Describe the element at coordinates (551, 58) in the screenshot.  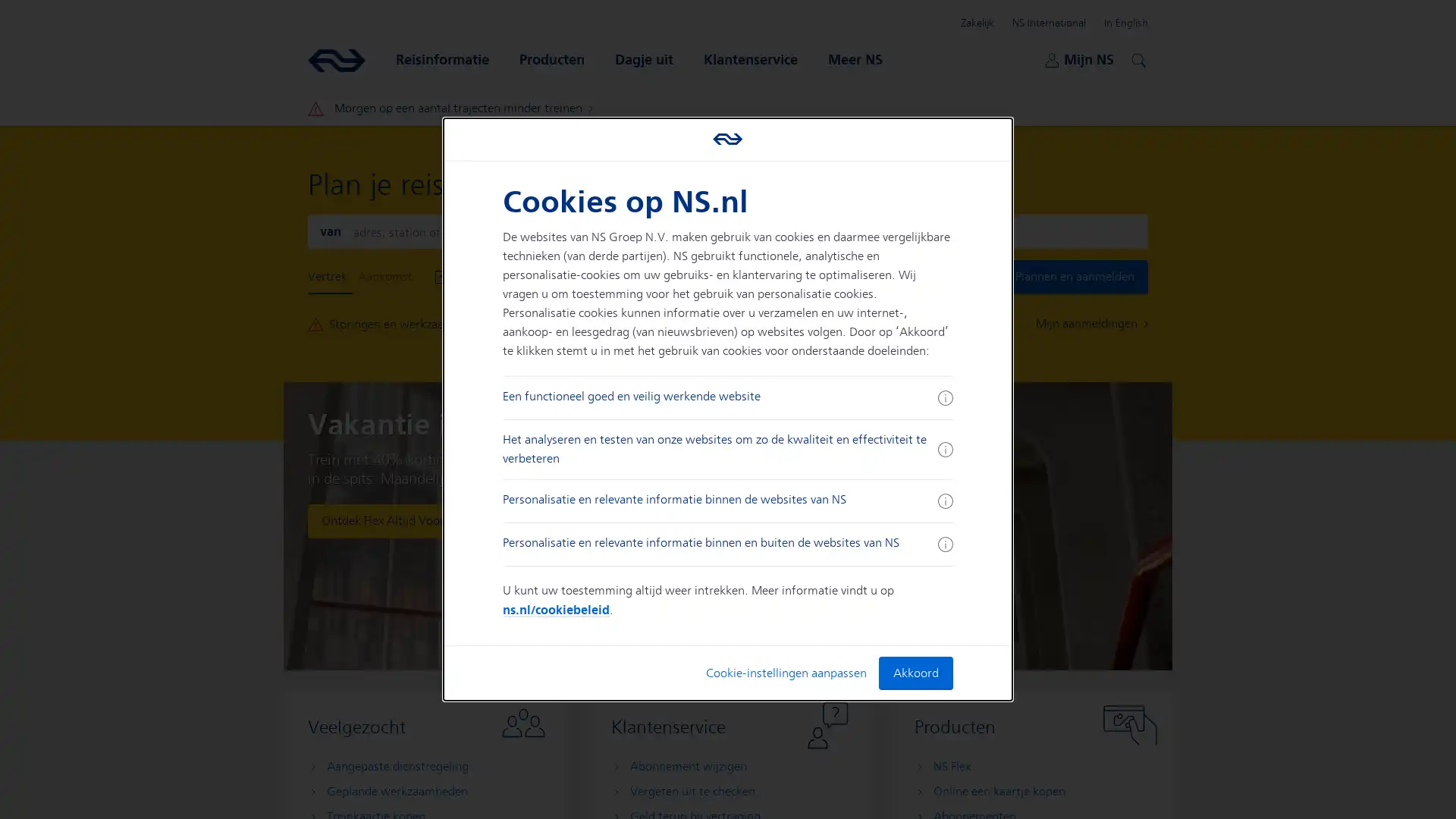
I see `Producten Open submenu` at that location.